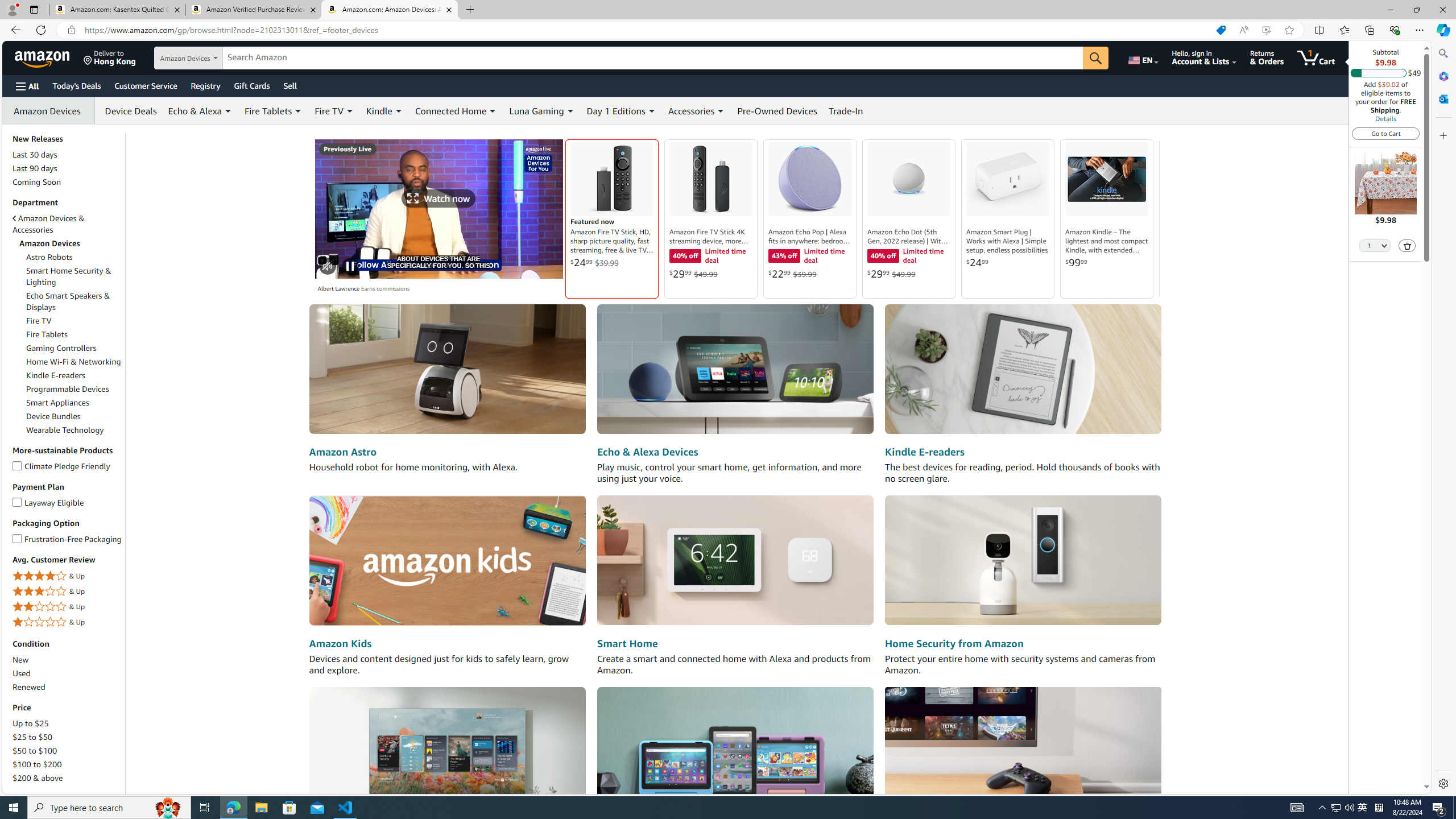  Describe the element at coordinates (67, 659) in the screenshot. I see `'New'` at that location.